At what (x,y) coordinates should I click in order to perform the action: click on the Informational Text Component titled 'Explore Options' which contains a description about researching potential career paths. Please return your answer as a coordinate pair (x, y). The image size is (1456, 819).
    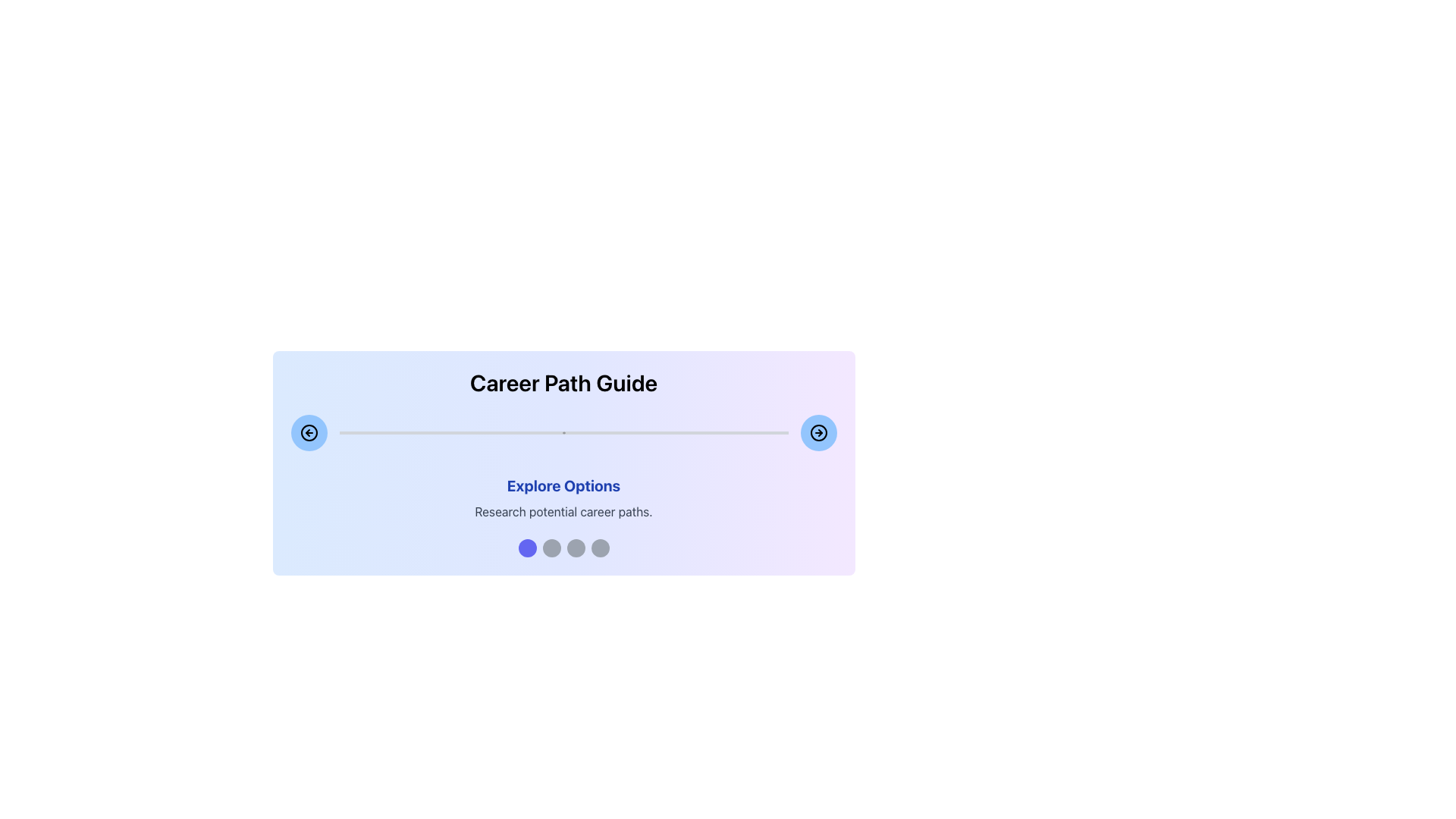
    Looking at the image, I should click on (563, 497).